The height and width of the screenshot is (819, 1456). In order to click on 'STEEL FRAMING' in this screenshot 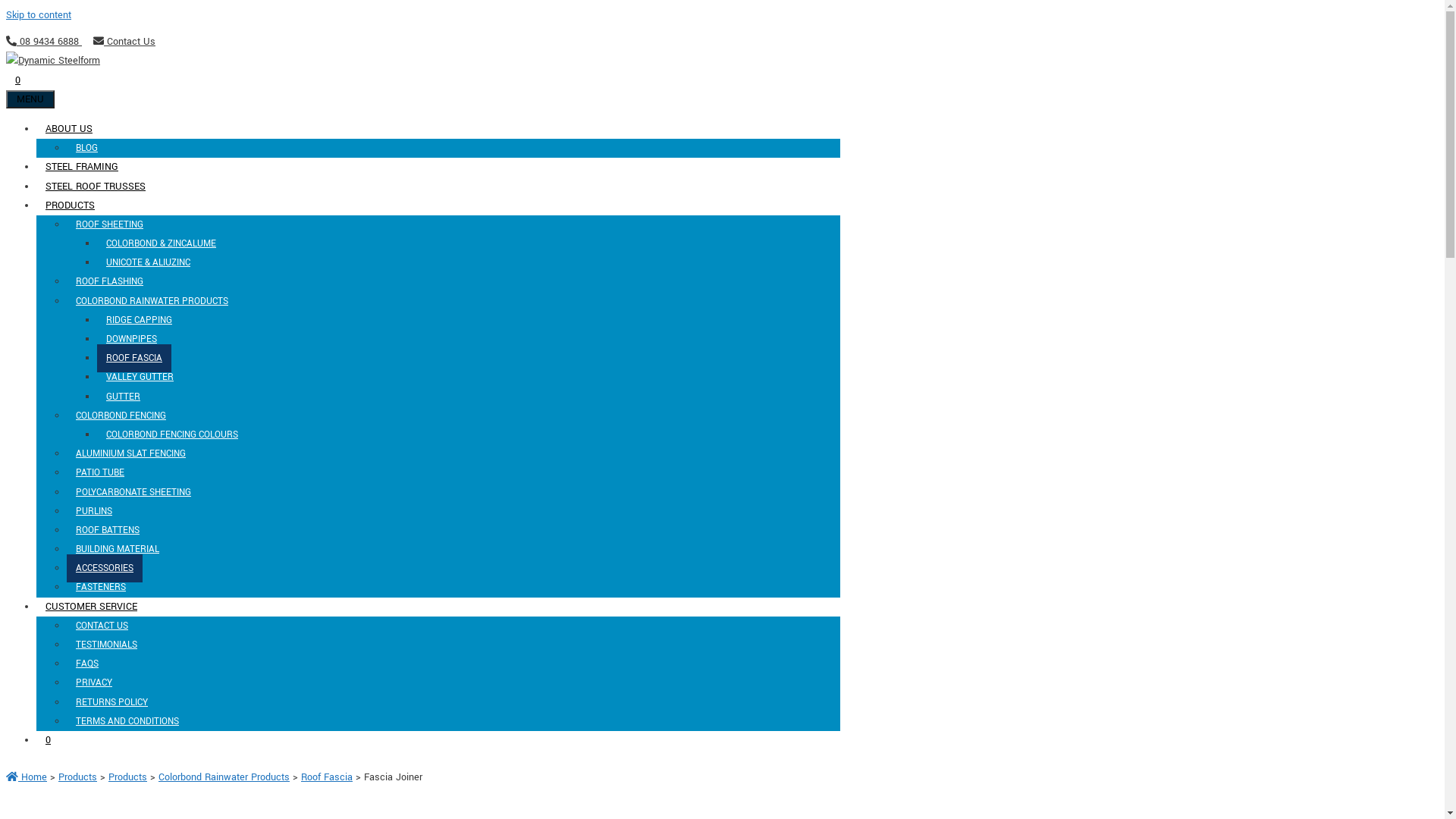, I will do `click(80, 166)`.